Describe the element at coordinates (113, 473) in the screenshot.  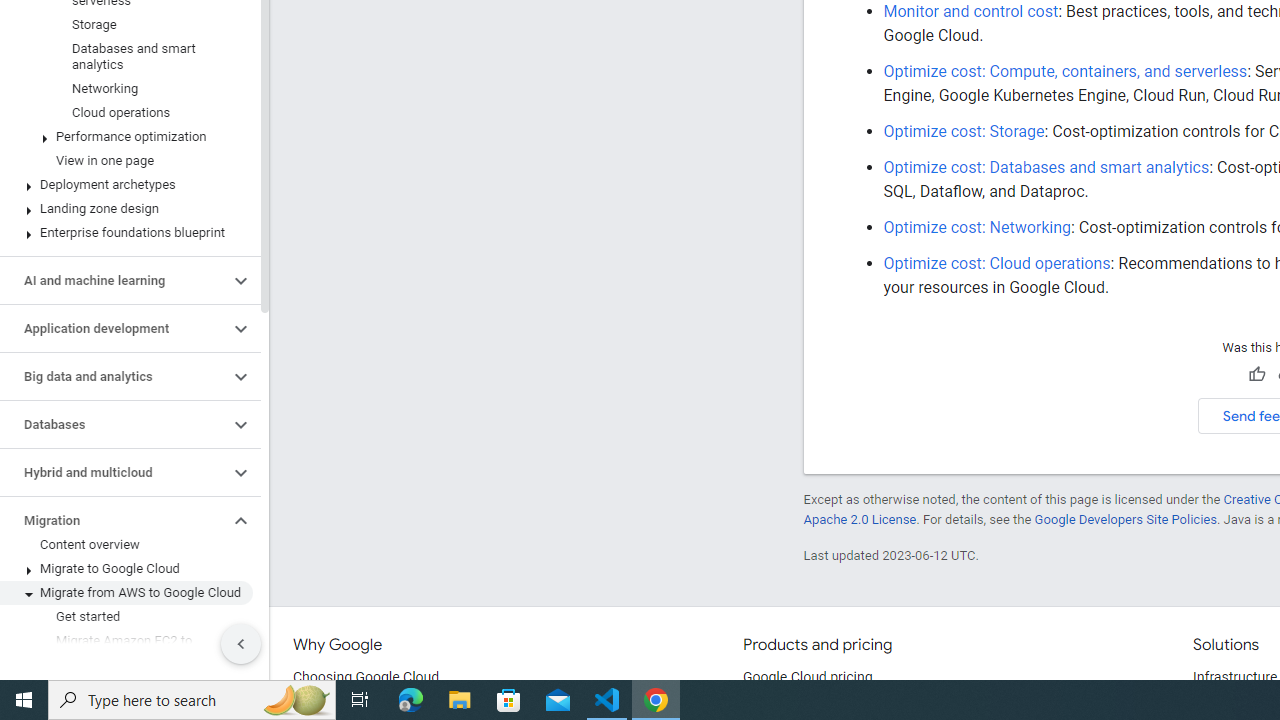
I see `'Hybrid and multicloud'` at that location.